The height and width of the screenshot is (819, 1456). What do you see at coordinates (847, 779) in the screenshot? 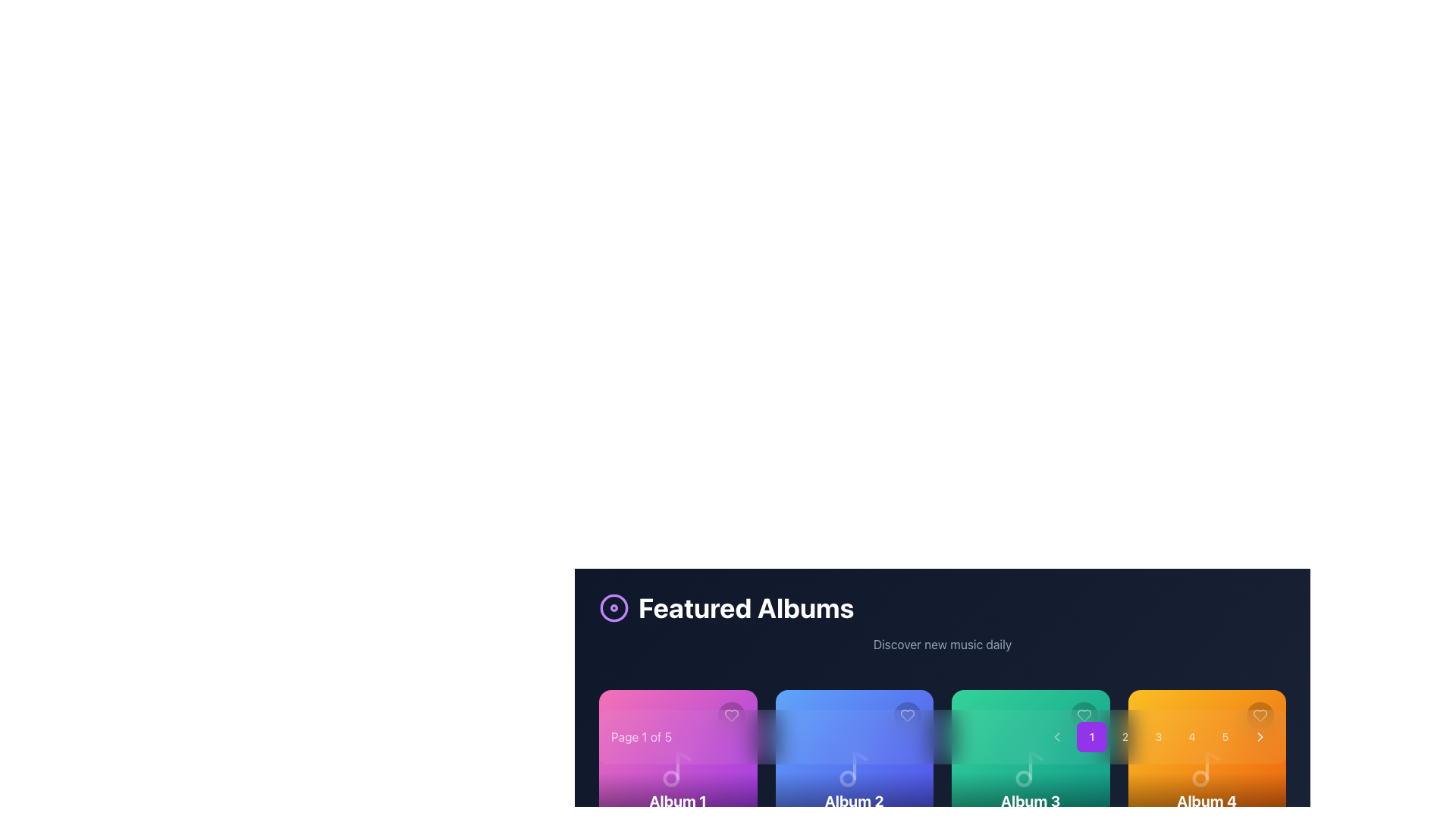
I see `the decorative circular graphical element within the 'Album 2' card to understand the icon's context` at bounding box center [847, 779].